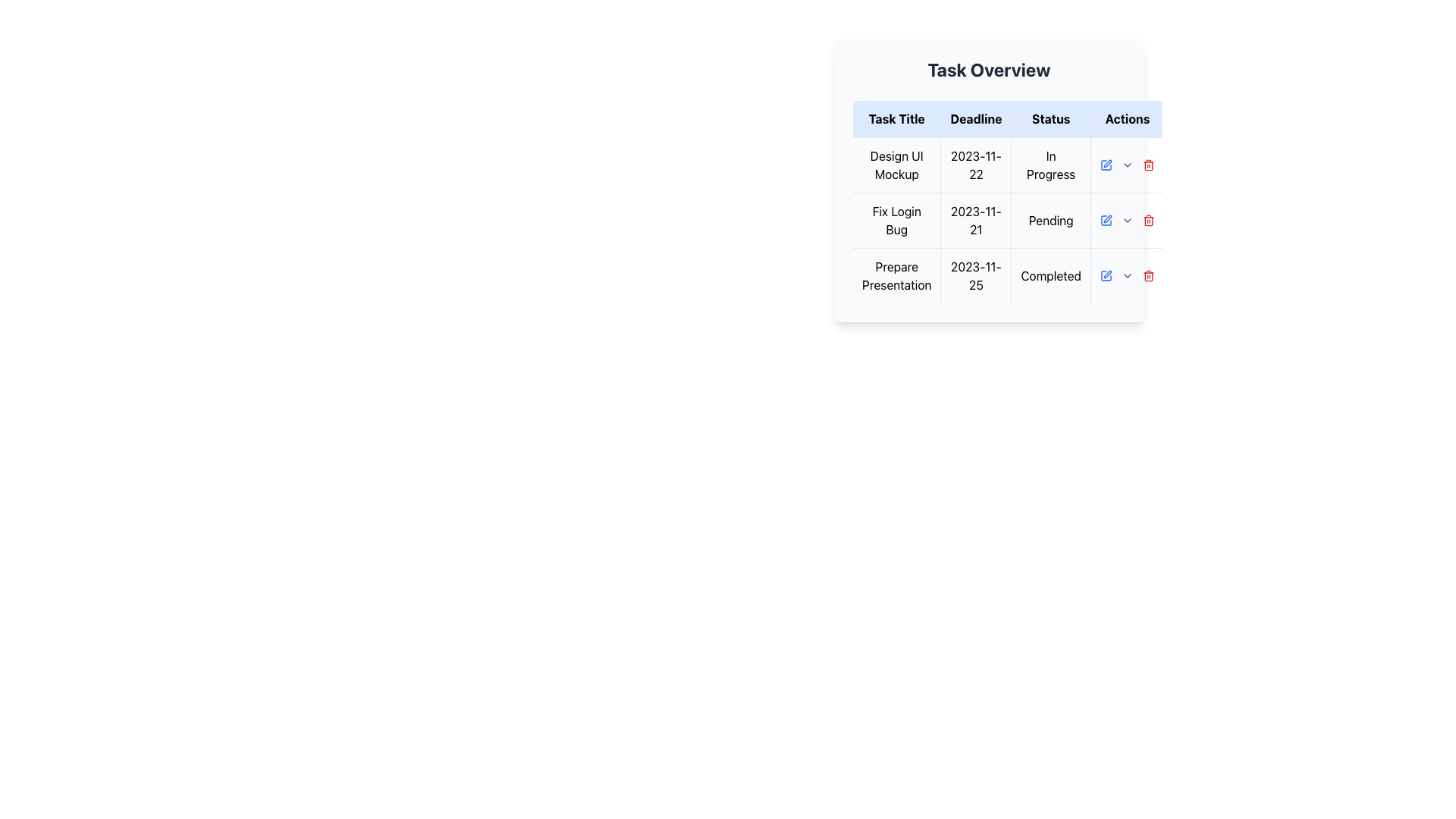  What do you see at coordinates (1149, 166) in the screenshot?
I see `the second icon from the right in the 'Actions' column of the third row of the table, which is a rounded vertical rectangle` at bounding box center [1149, 166].